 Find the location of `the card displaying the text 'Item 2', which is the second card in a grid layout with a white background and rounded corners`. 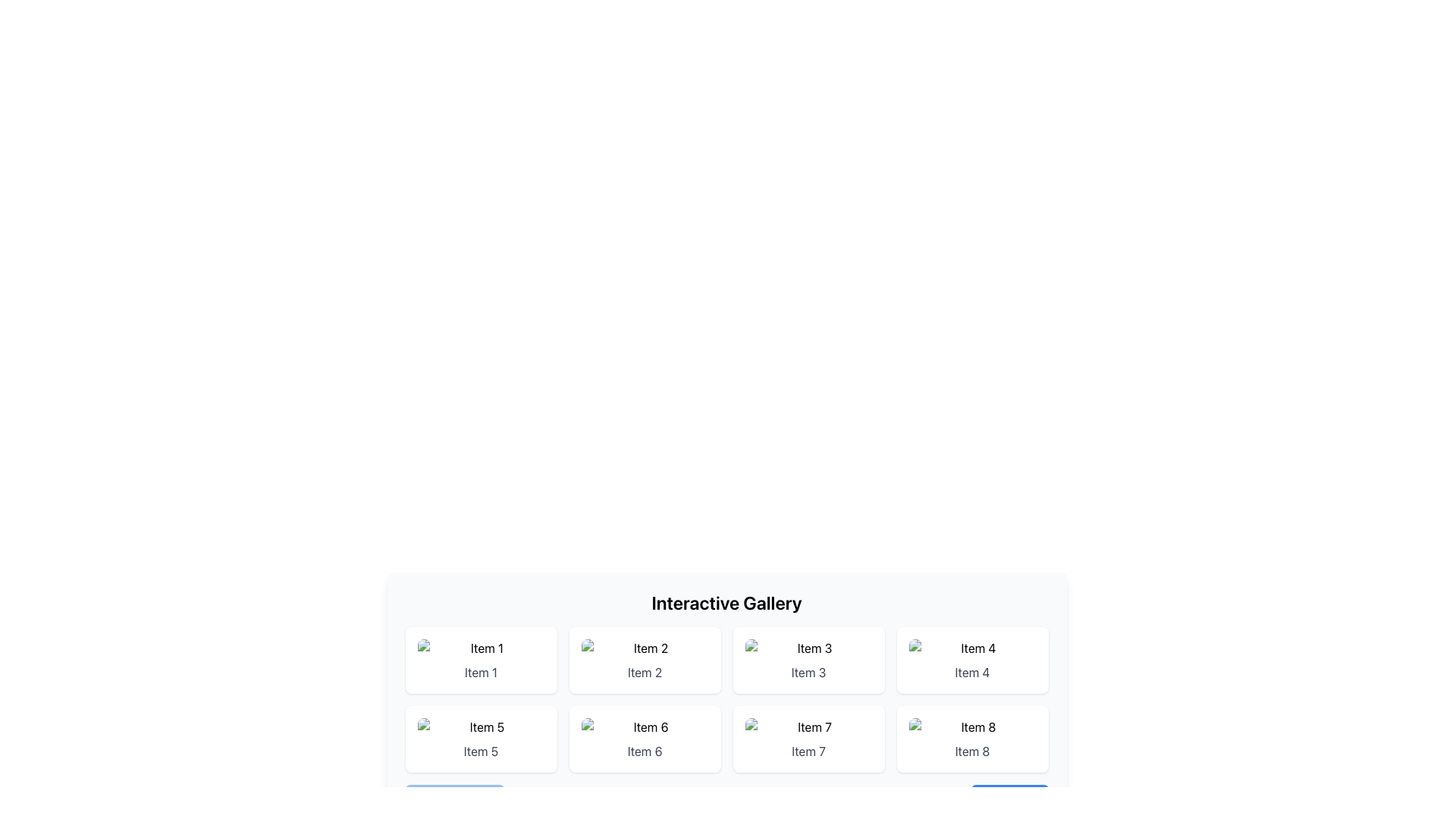

the card displaying the text 'Item 2', which is the second card in a grid layout with a white background and rounded corners is located at coordinates (645, 660).